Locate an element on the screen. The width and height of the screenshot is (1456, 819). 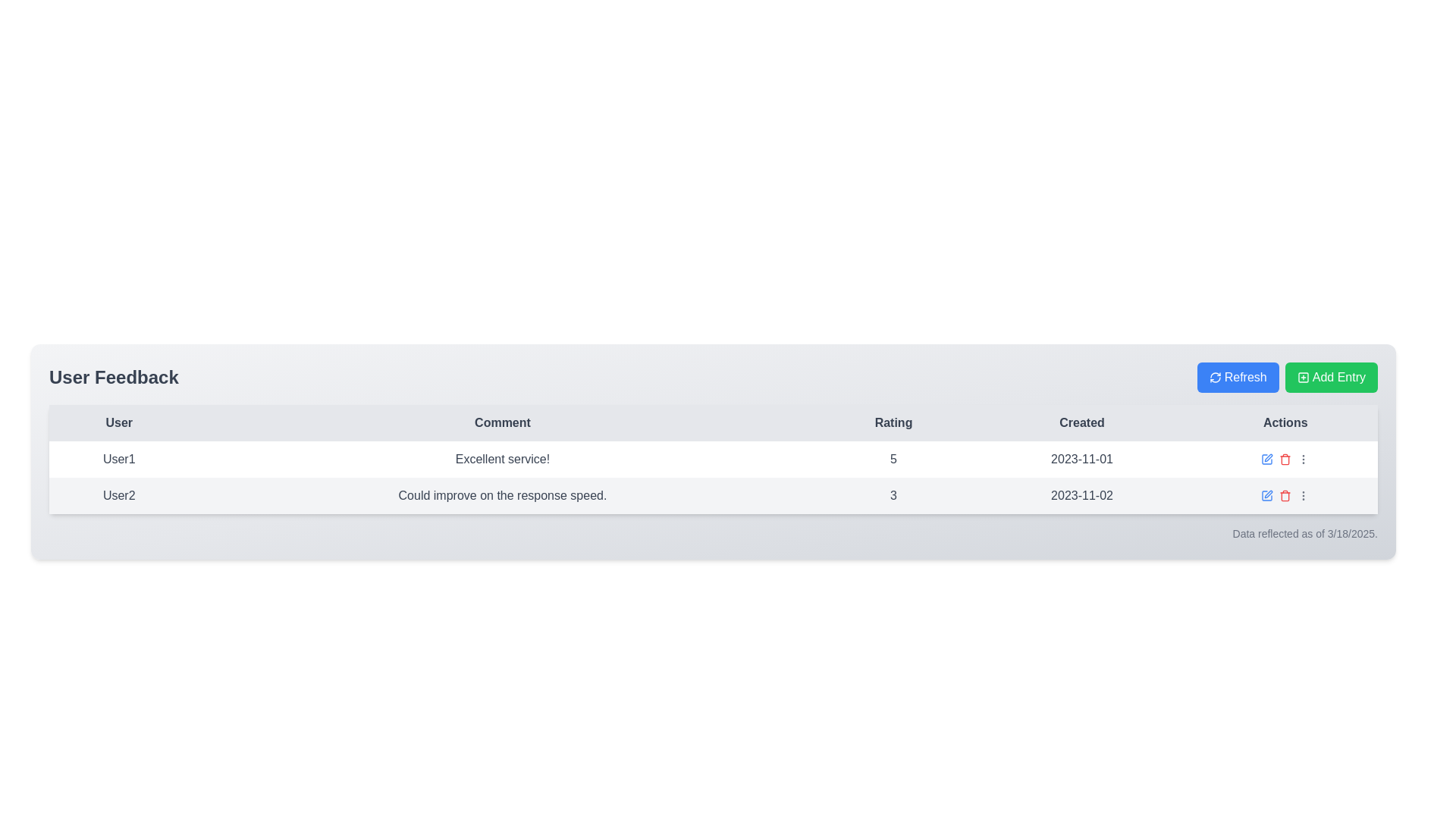
the static text element displaying 'Excellent service!' located in the second cell of the second row of the feedback table, which is in the comments column is located at coordinates (502, 458).